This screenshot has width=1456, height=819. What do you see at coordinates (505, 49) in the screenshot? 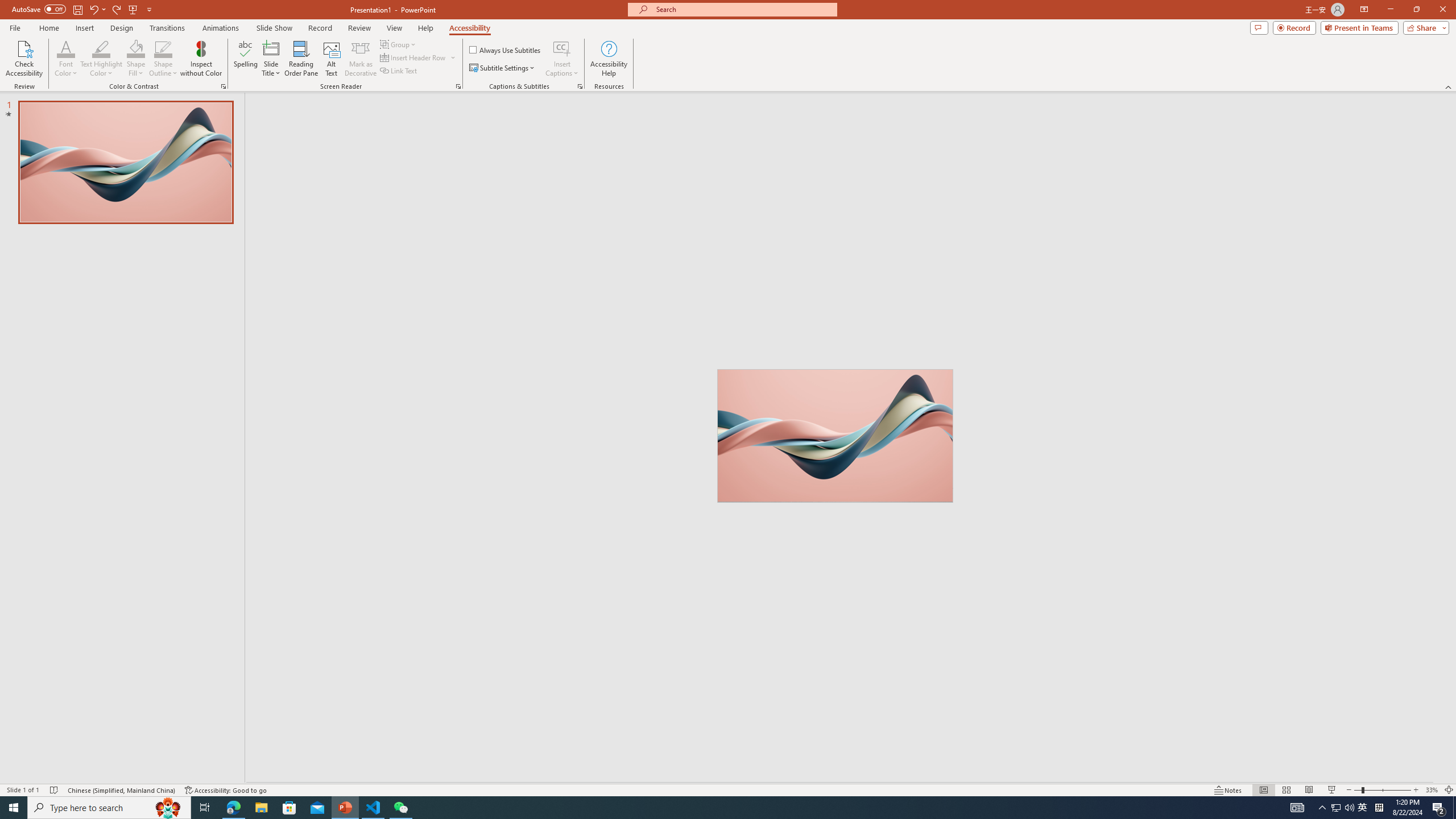
I see `'Always Use Subtitles'` at bounding box center [505, 49].